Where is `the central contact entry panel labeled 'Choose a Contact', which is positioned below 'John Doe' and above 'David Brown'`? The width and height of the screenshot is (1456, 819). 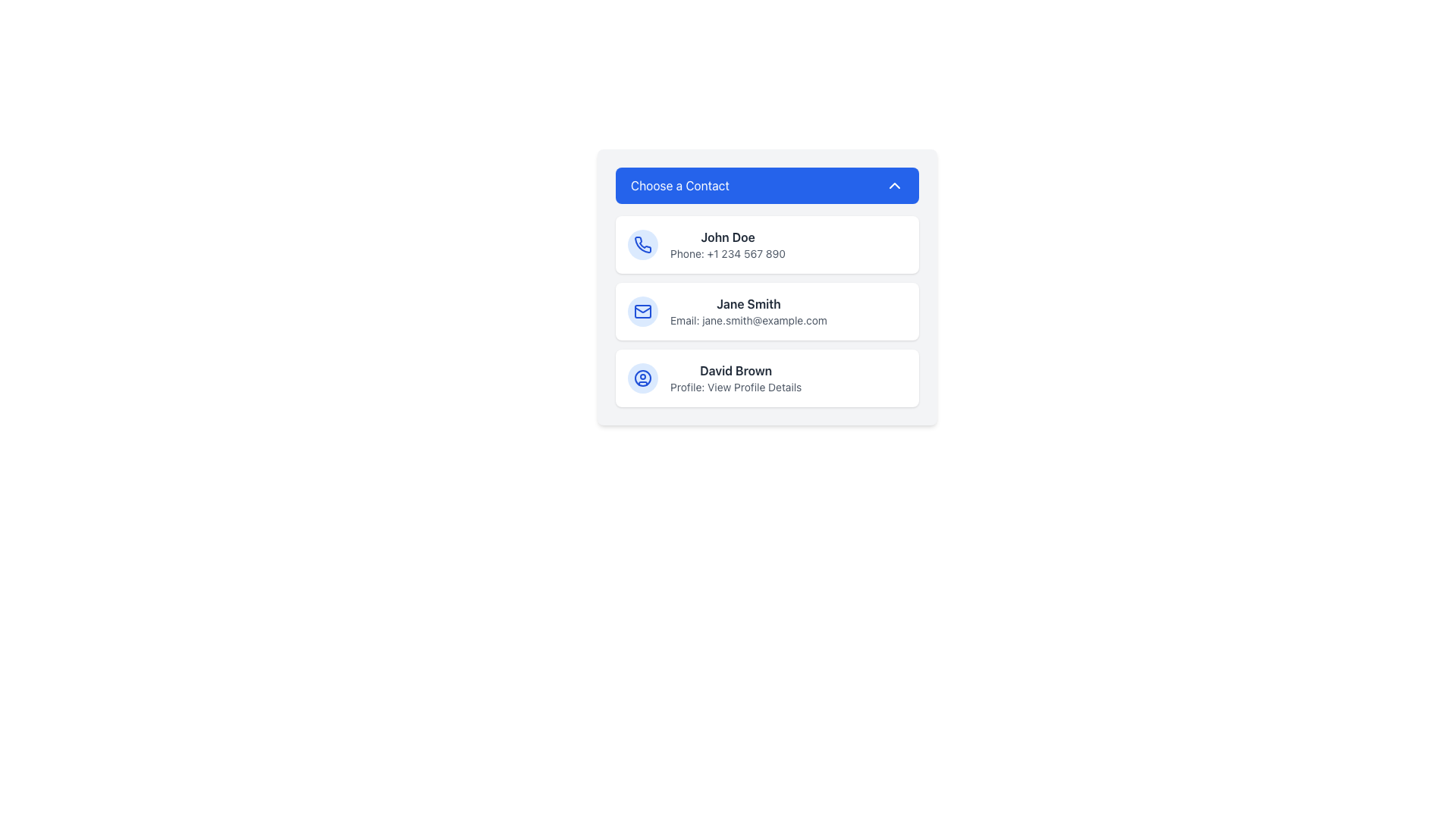 the central contact entry panel labeled 'Choose a Contact', which is positioned below 'John Doe' and above 'David Brown' is located at coordinates (767, 311).